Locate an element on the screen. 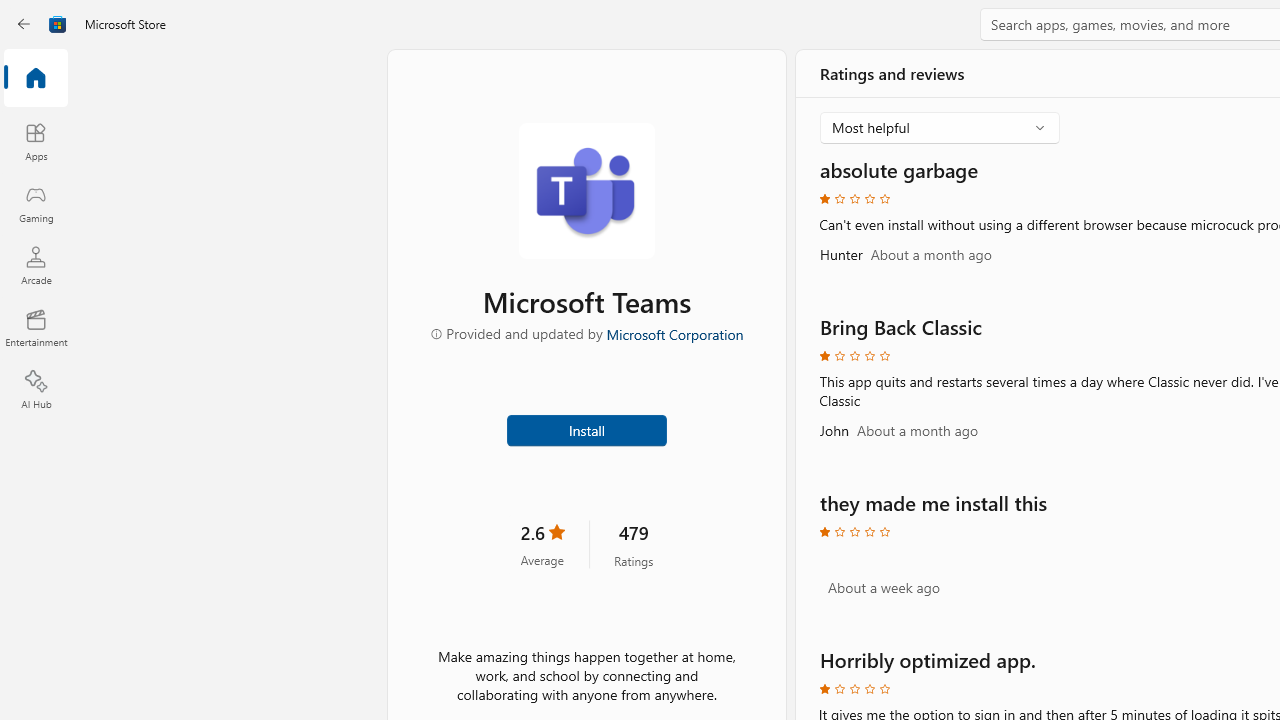  'Arcade' is located at coordinates (35, 264).